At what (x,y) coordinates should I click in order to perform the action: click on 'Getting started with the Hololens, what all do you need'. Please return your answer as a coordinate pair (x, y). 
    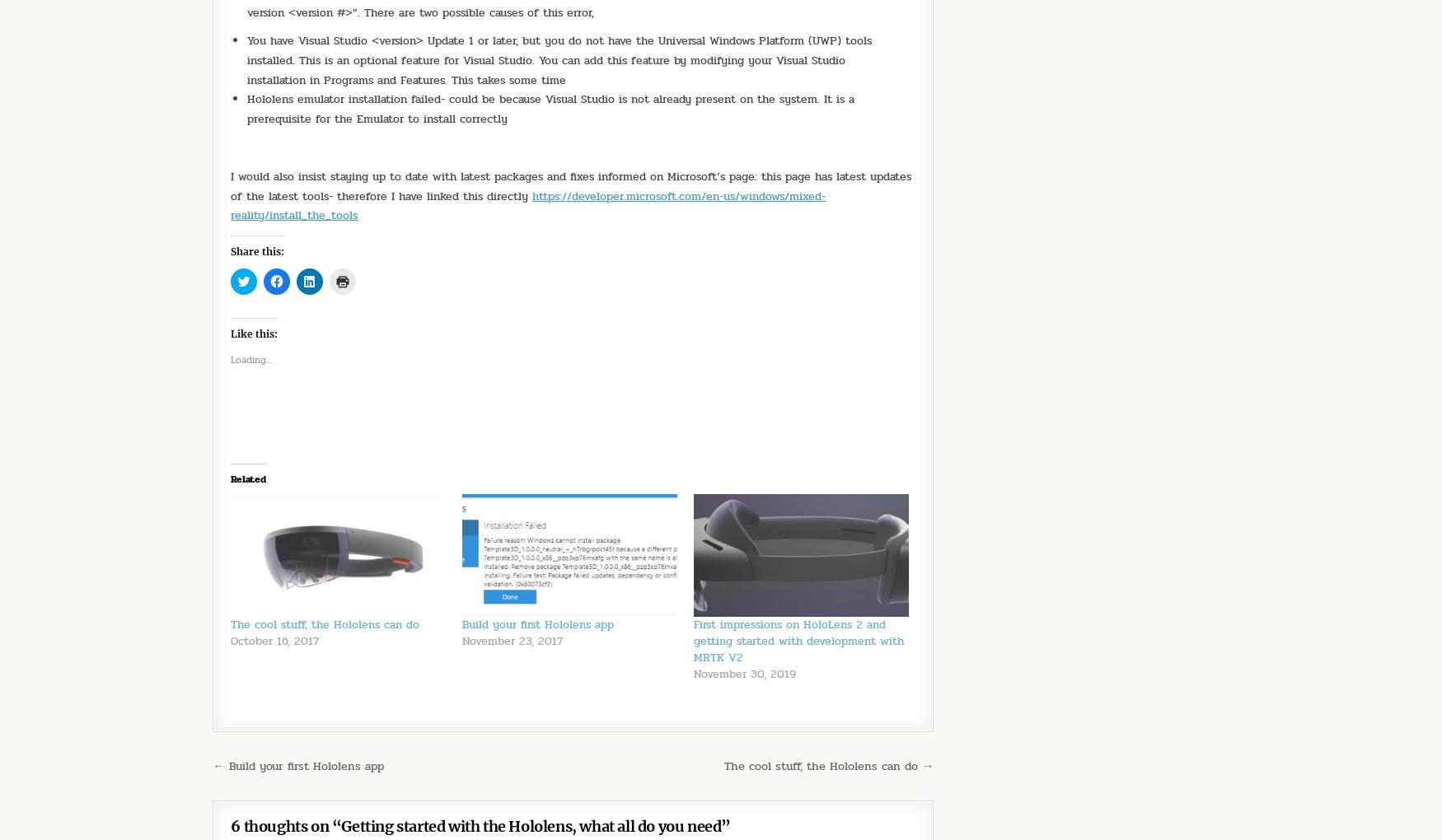
    Looking at the image, I should click on (530, 779).